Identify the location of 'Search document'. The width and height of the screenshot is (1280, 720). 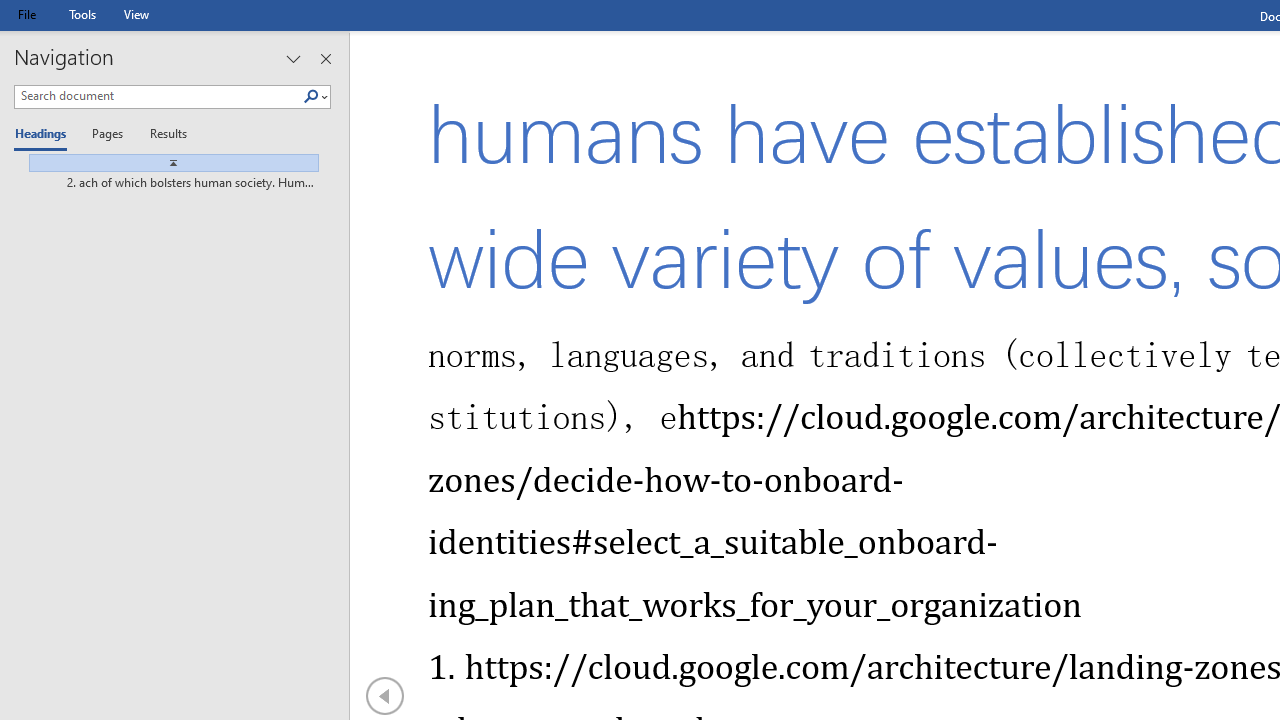
(157, 96).